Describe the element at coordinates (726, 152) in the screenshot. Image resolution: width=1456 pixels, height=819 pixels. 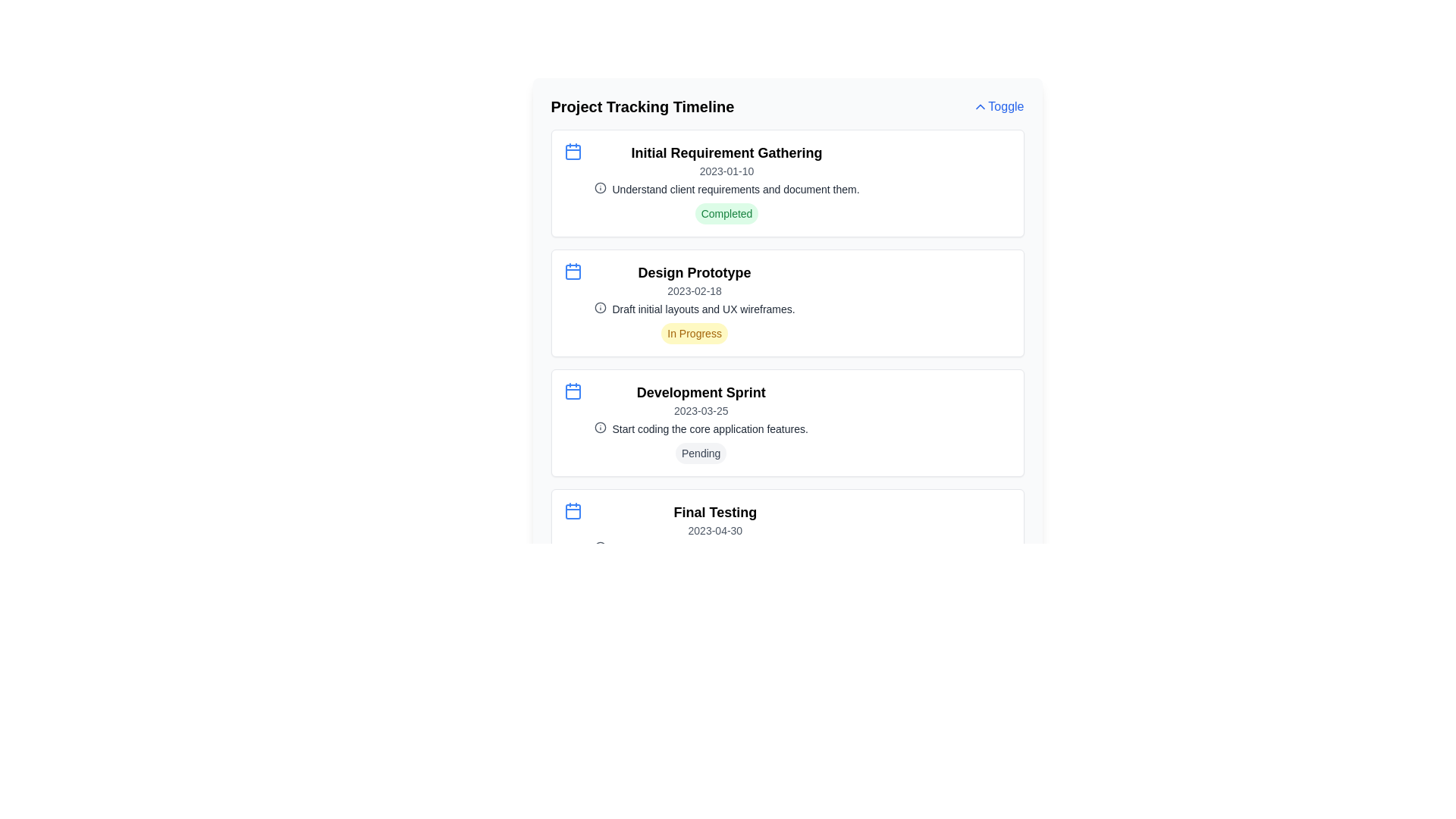
I see `the Text label that serves as the title for the task in the 'Initial Requirement Gathering' section, located above the date '2023-01-10' and below the calendar icon` at that location.